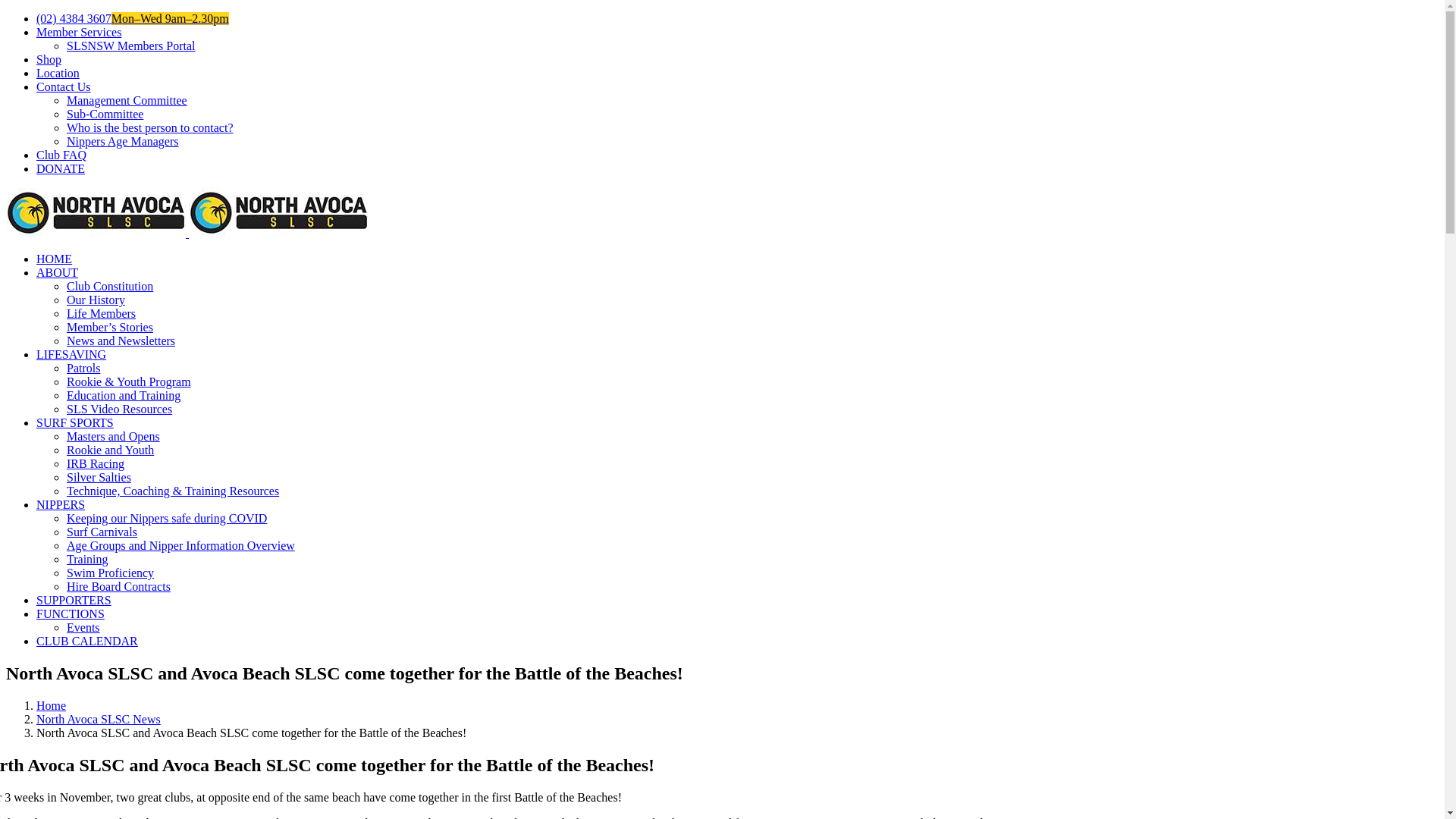 This screenshot has height=819, width=1456. I want to click on 'Shop', so click(49, 58).